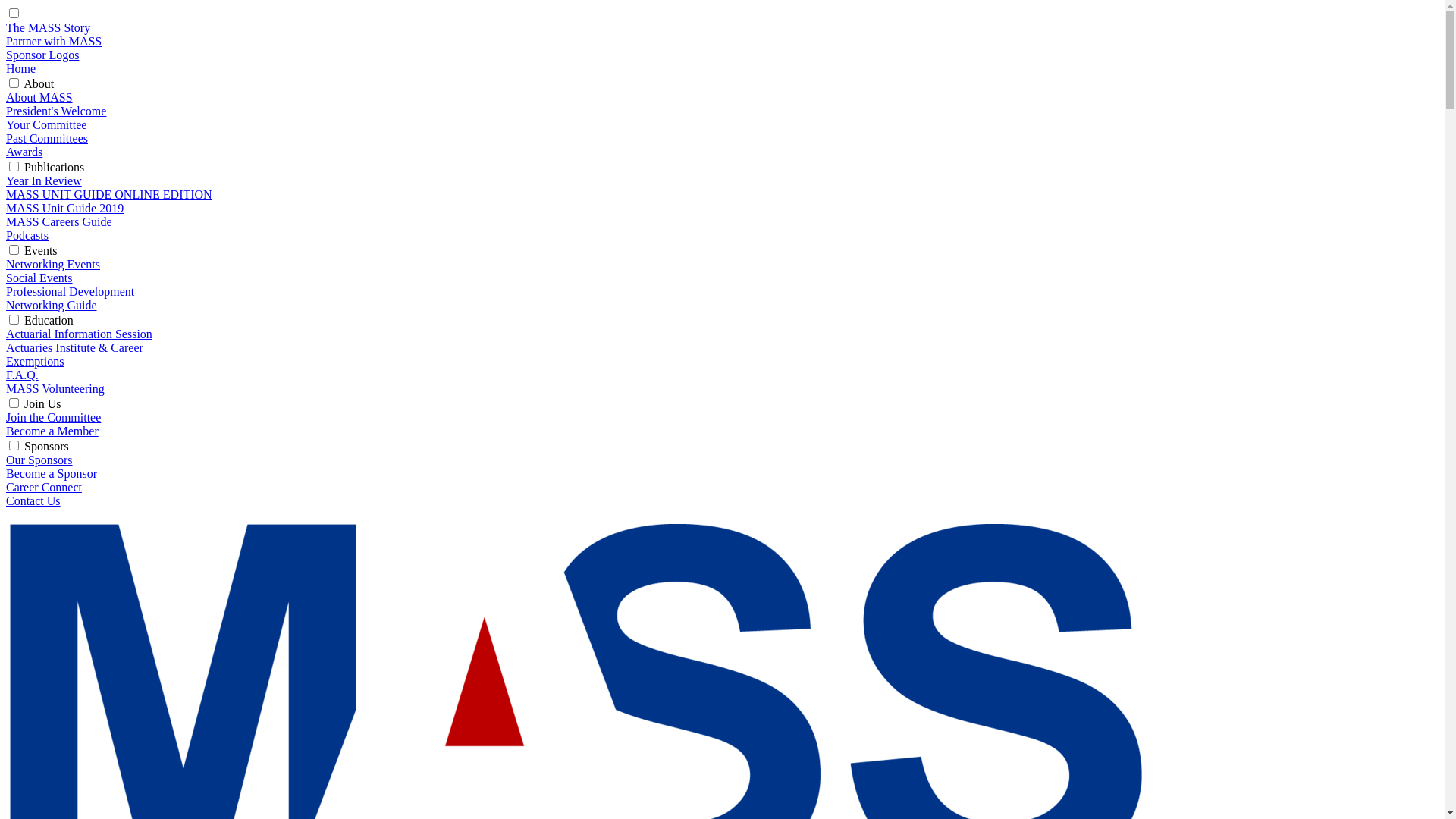 This screenshot has height=819, width=1456. What do you see at coordinates (42, 54) in the screenshot?
I see `'Sponsor Logos'` at bounding box center [42, 54].